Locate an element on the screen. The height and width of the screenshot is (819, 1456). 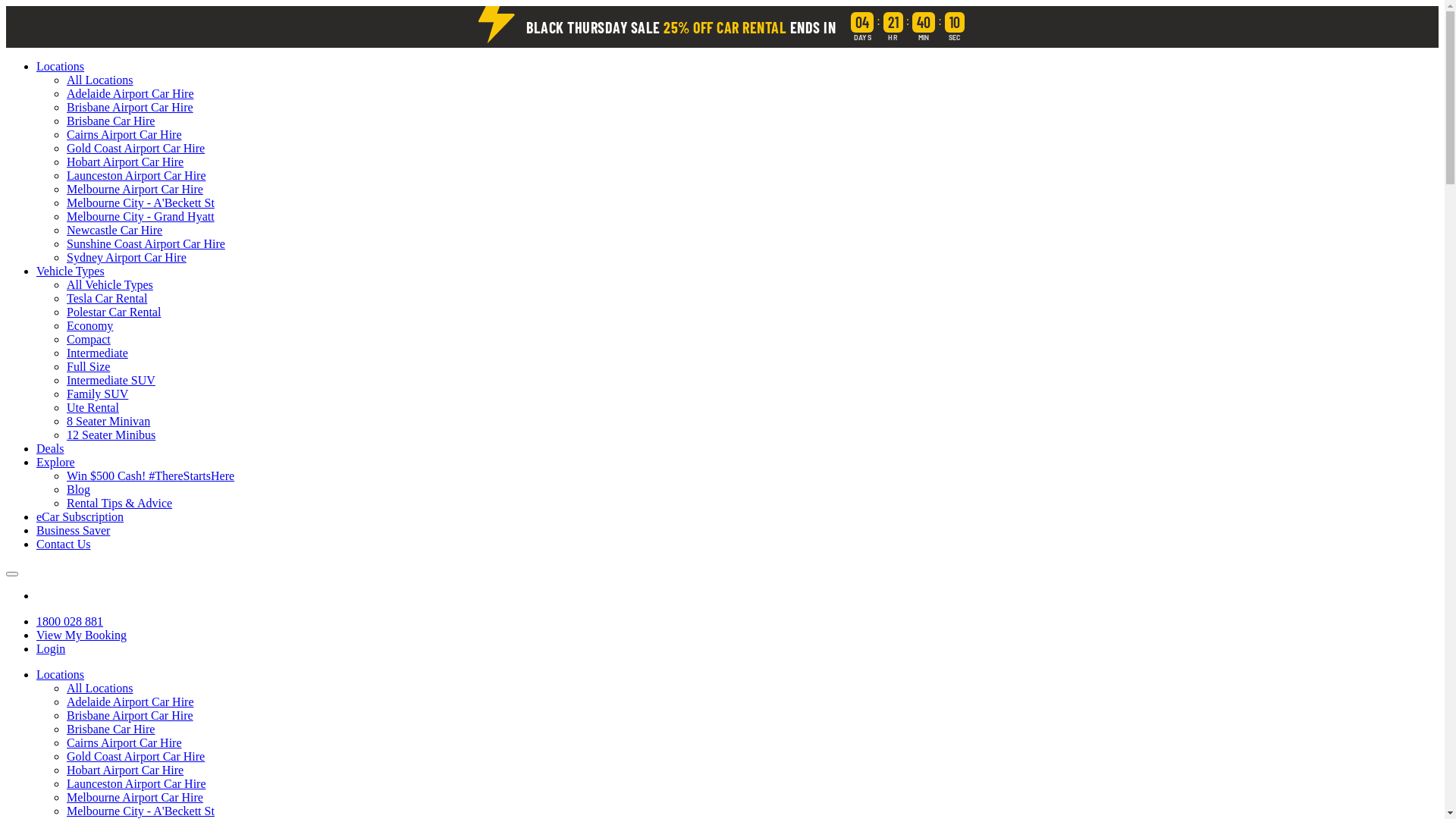
'Compact' is located at coordinates (65, 338).